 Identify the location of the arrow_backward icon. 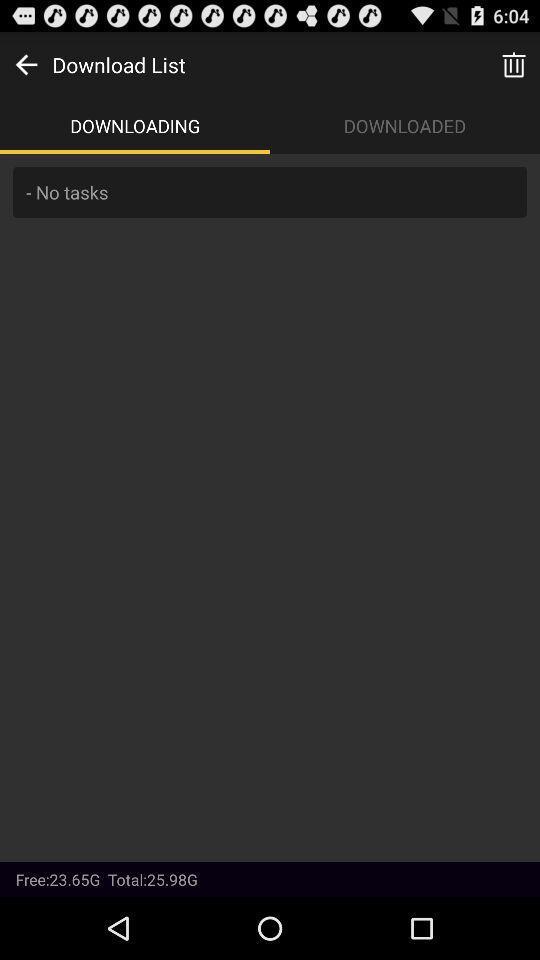
(25, 69).